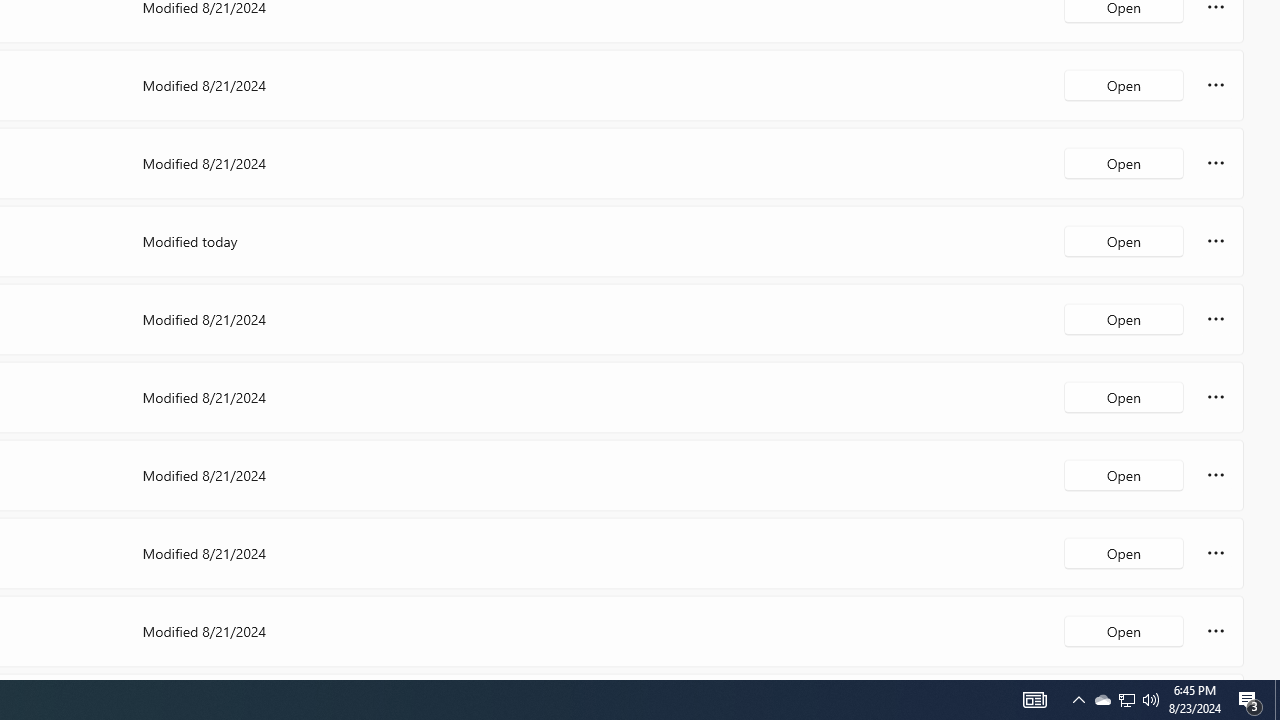 This screenshot has width=1280, height=720. What do you see at coordinates (1034, 698) in the screenshot?
I see `'Notification Chevron'` at bounding box center [1034, 698].